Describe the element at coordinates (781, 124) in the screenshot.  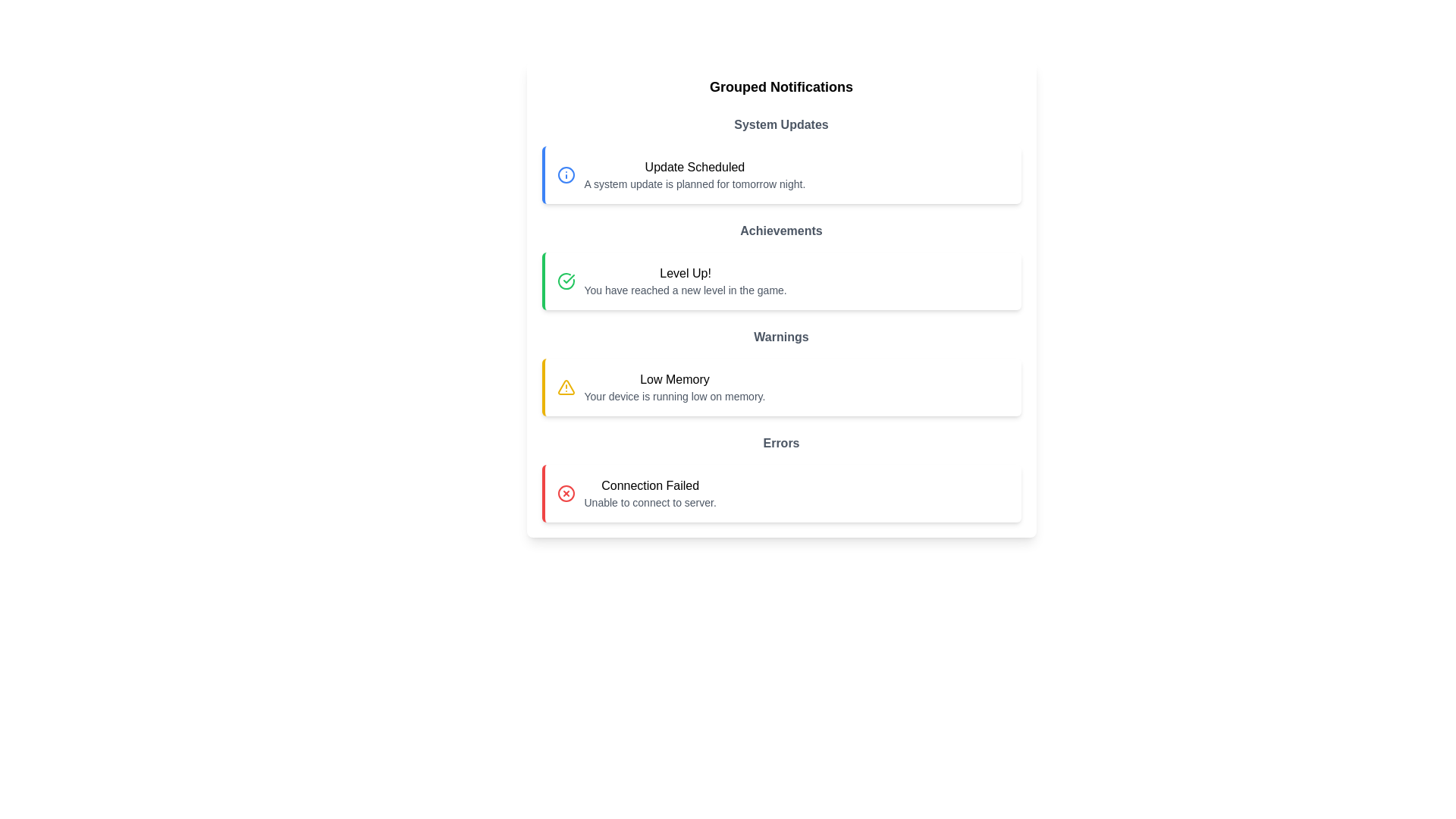
I see `the 'System Updates' text label, which serves as the header for the notifications section` at that location.